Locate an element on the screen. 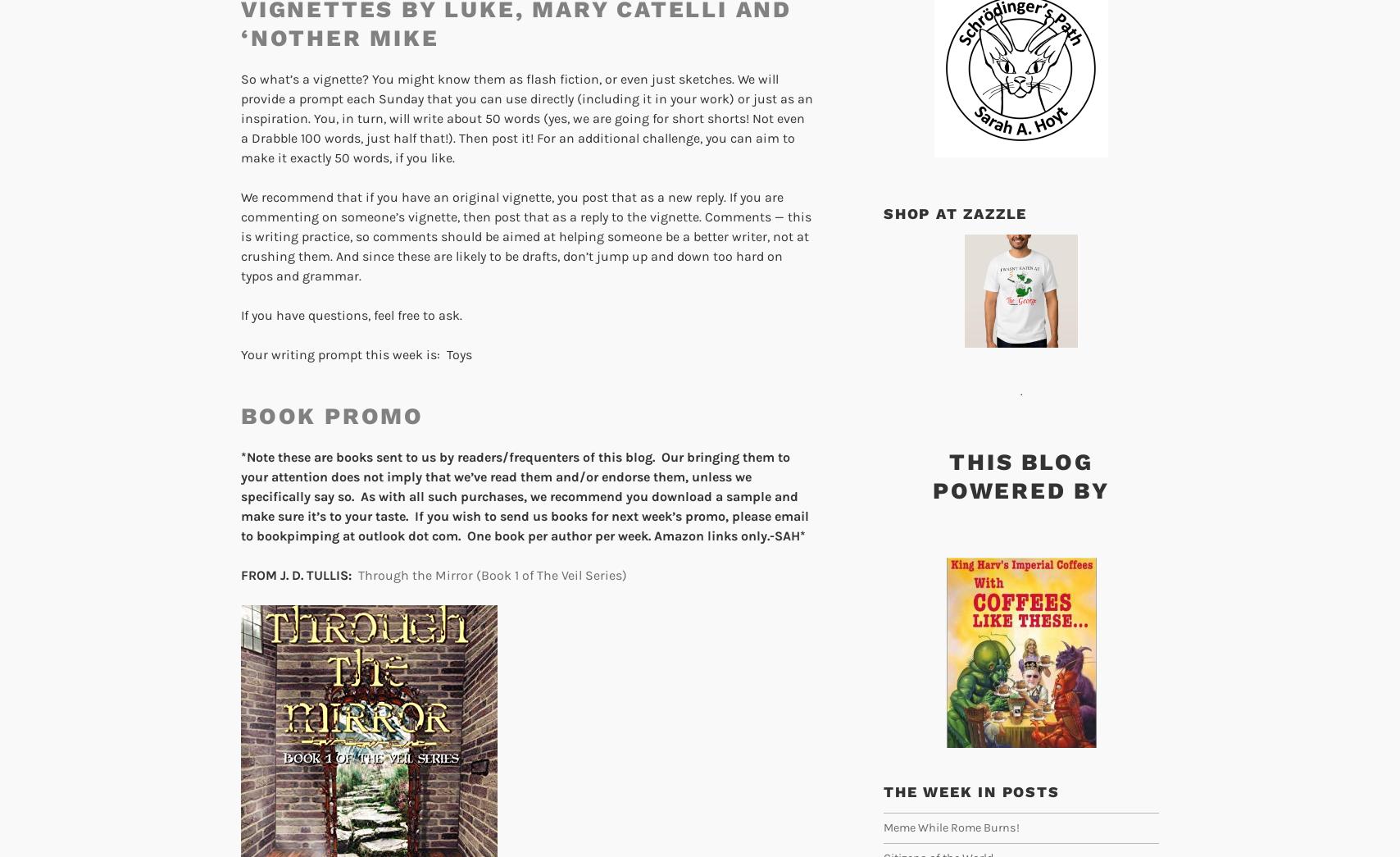 The height and width of the screenshot is (857, 1400). 'If you have questions, feel free to ask.' is located at coordinates (352, 314).